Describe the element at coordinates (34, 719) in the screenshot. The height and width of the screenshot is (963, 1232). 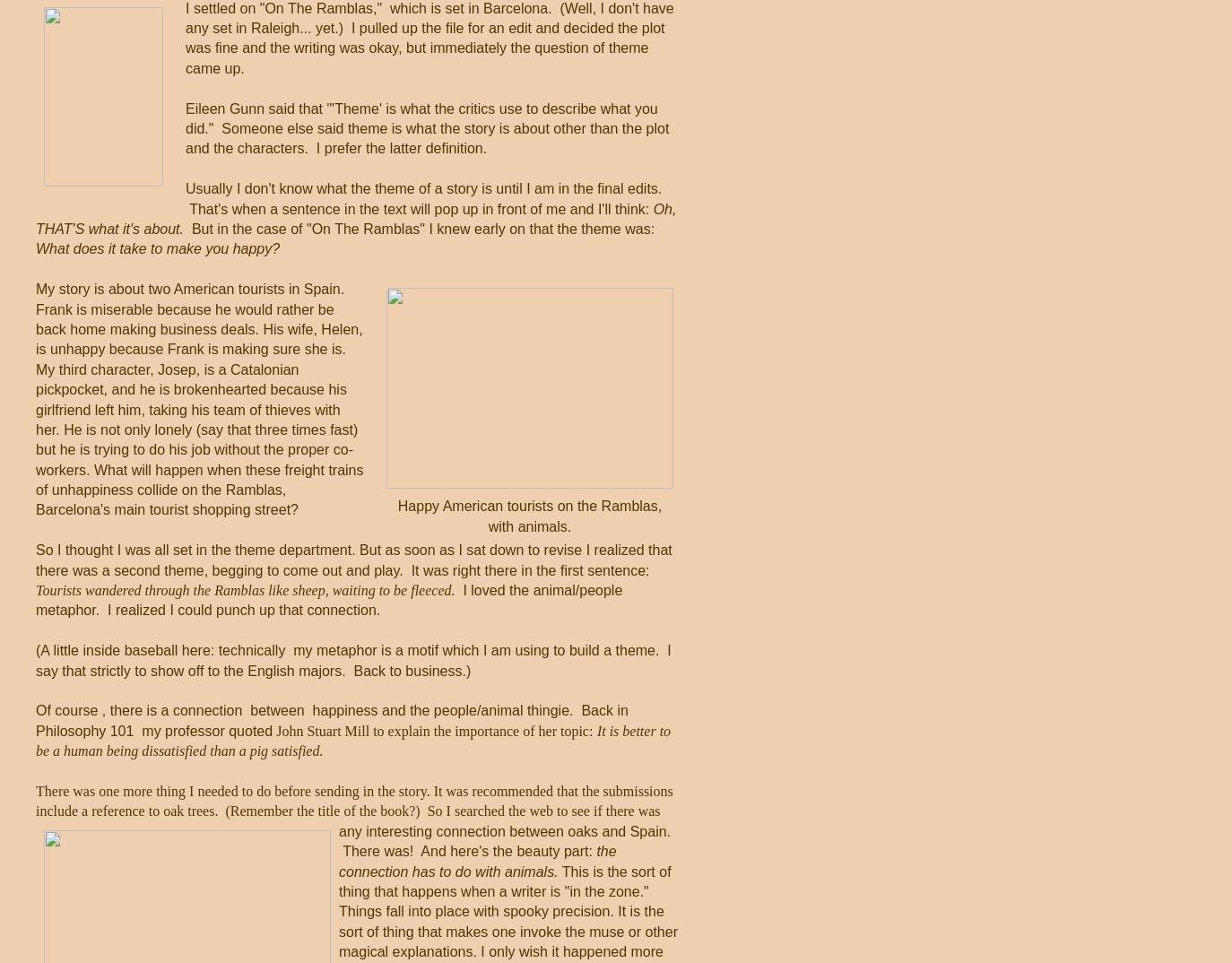
I see `'Of course ,
there is a connection  between  happiness and the
people/animal thingie.  Back in Philosophy 101  my professor
quoted'` at that location.